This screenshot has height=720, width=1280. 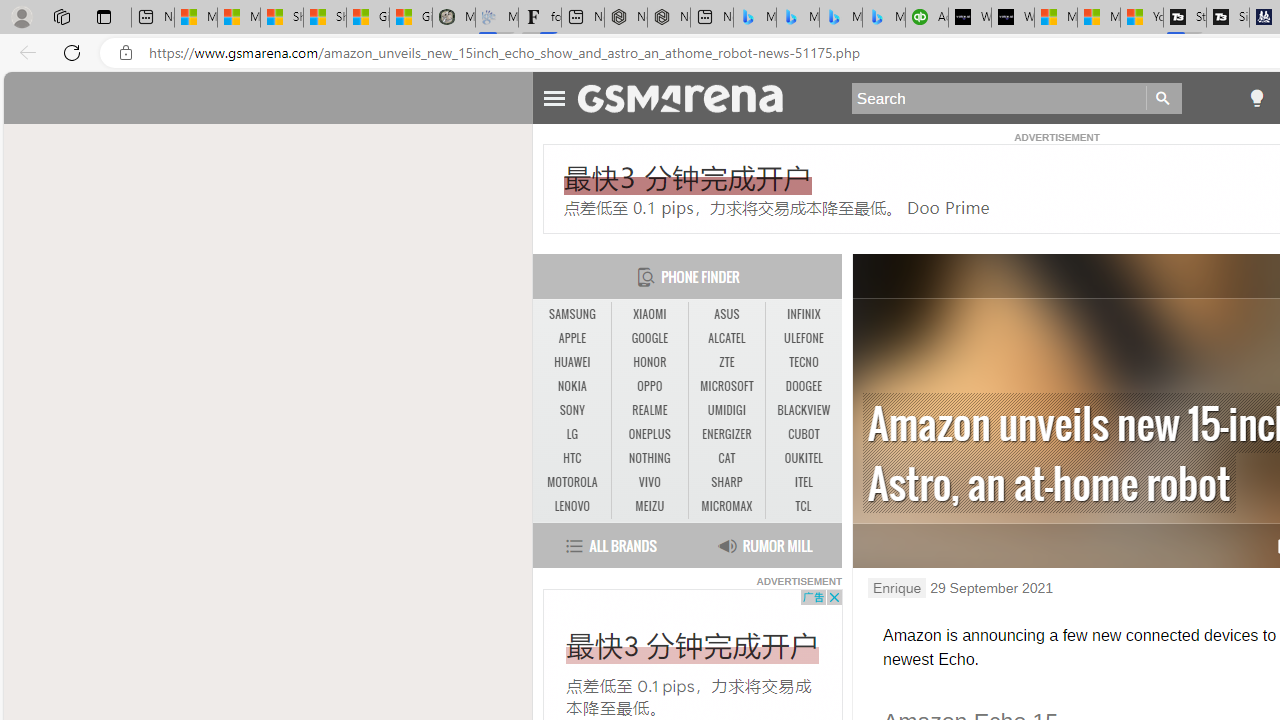 What do you see at coordinates (452, 17) in the screenshot?
I see `'Manatee Mortality Statistics | FWC'` at bounding box center [452, 17].